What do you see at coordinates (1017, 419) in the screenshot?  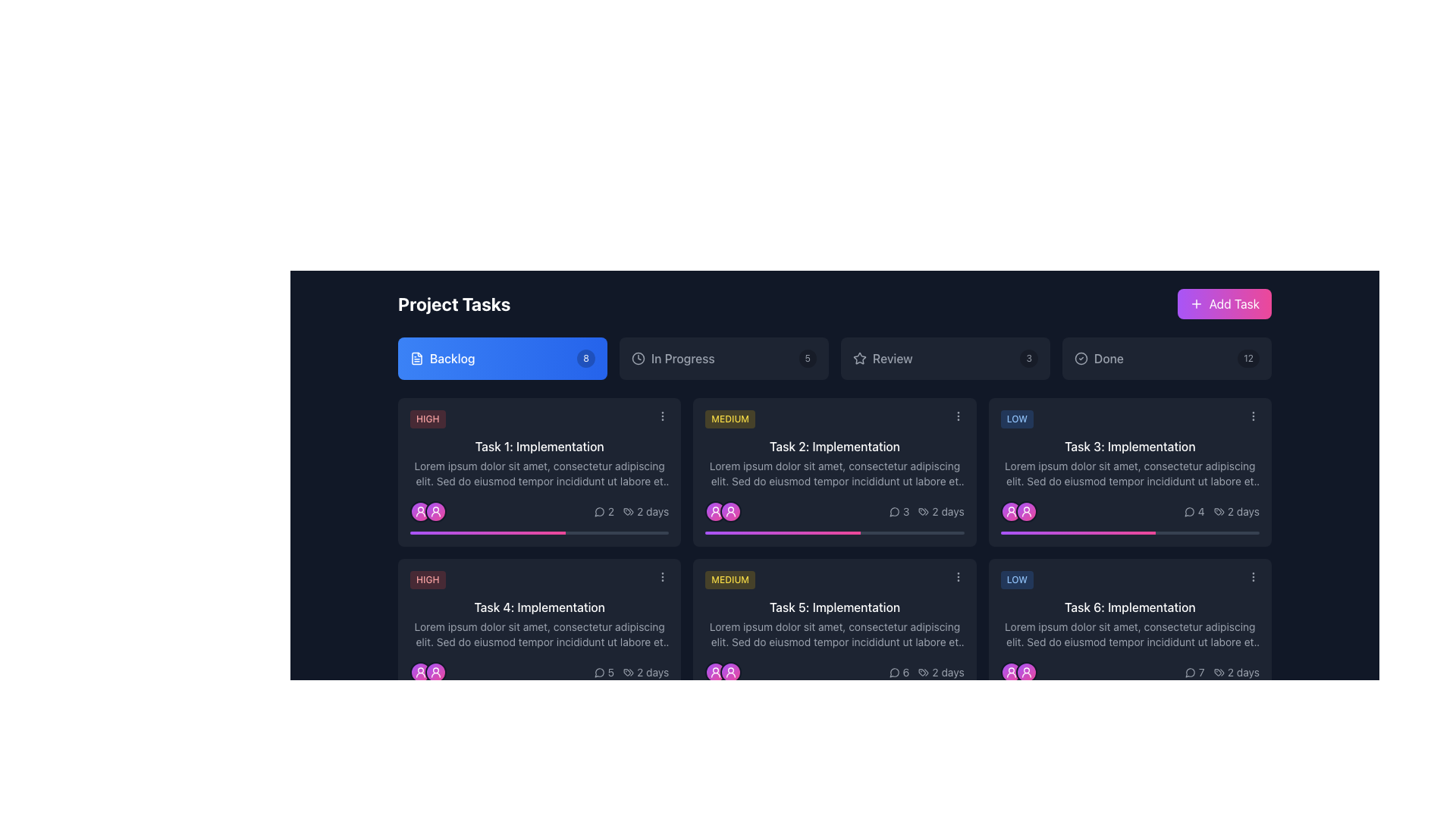 I see `text 'LOW' from the small rectangular label with a blue background and rounded edges, positioned at the top left within the 'Task 3: Implementation' card` at bounding box center [1017, 419].